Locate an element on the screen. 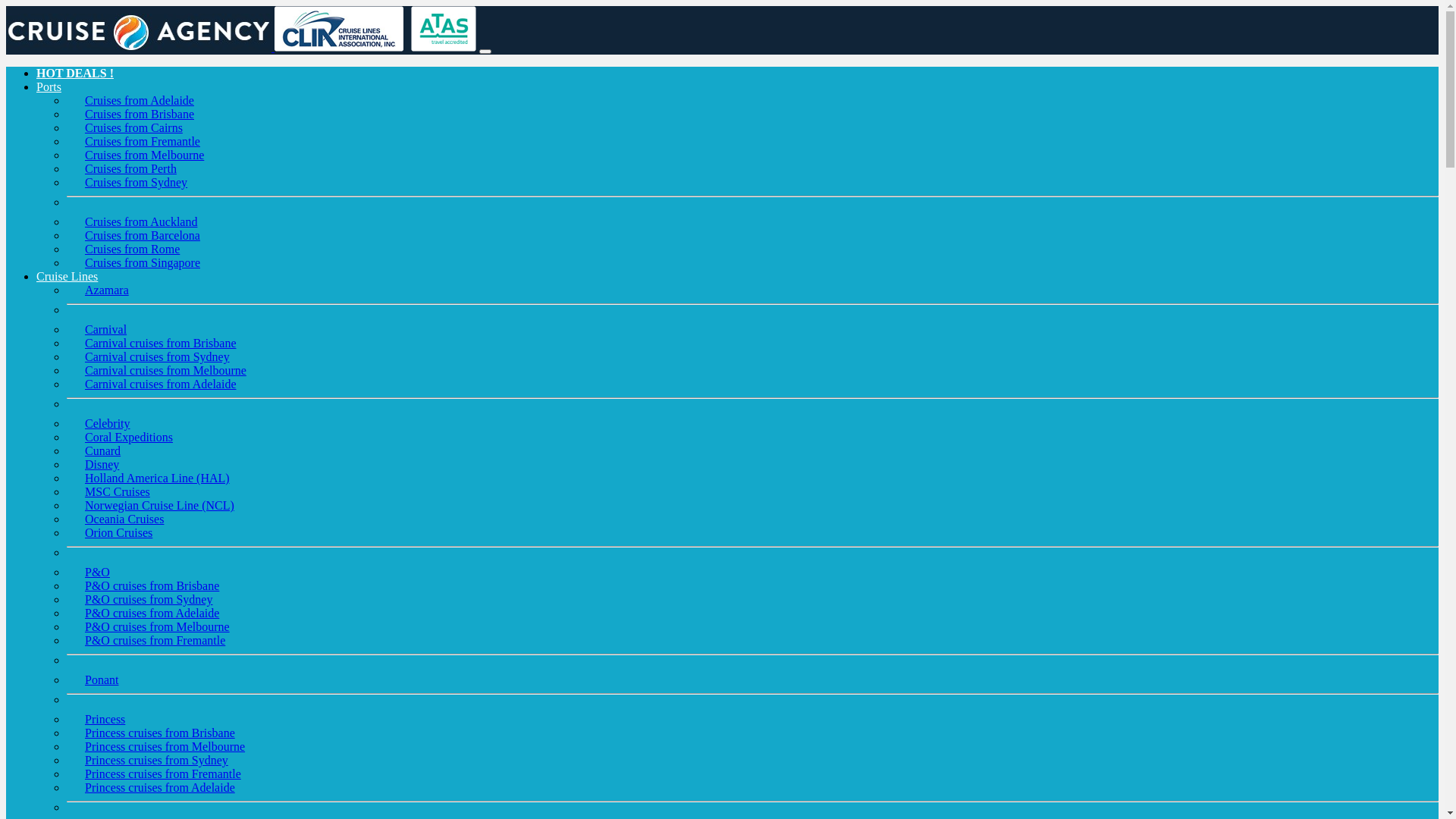 This screenshot has width=1456, height=819. 'Coral Expeditions' is located at coordinates (128, 437).